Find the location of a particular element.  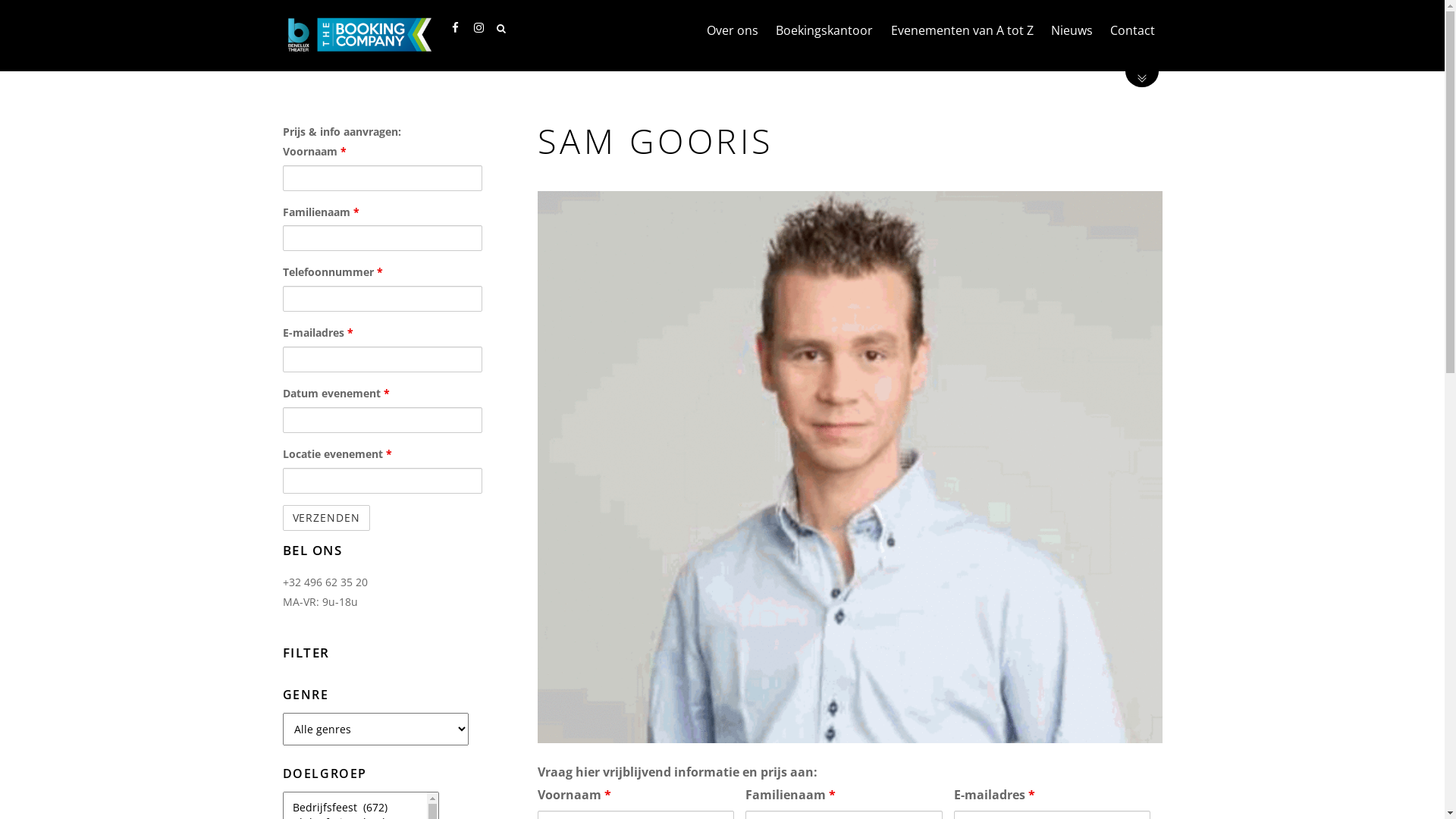

'Contact' is located at coordinates (1131, 30).